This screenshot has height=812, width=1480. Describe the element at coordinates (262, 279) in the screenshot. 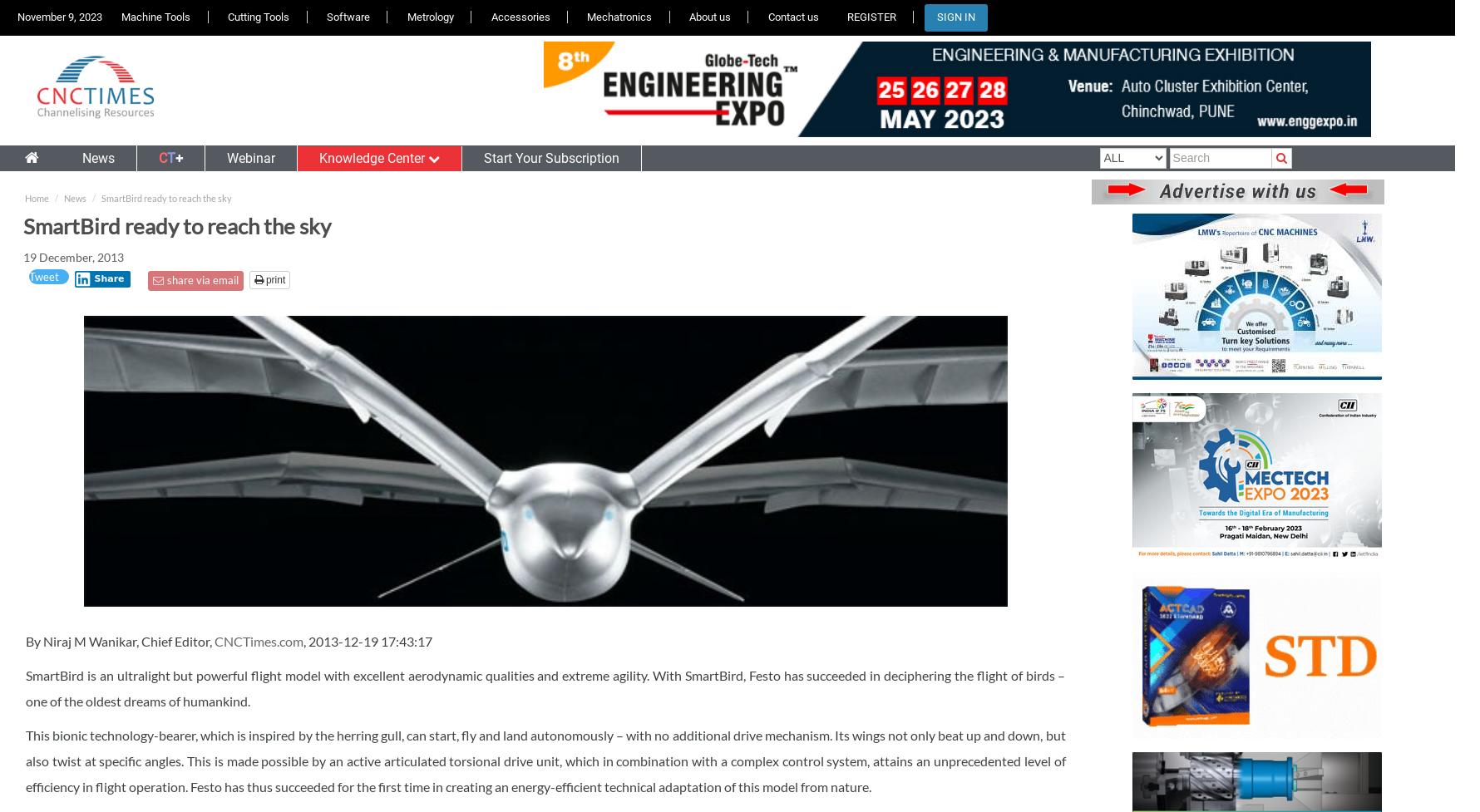

I see `'print'` at that location.